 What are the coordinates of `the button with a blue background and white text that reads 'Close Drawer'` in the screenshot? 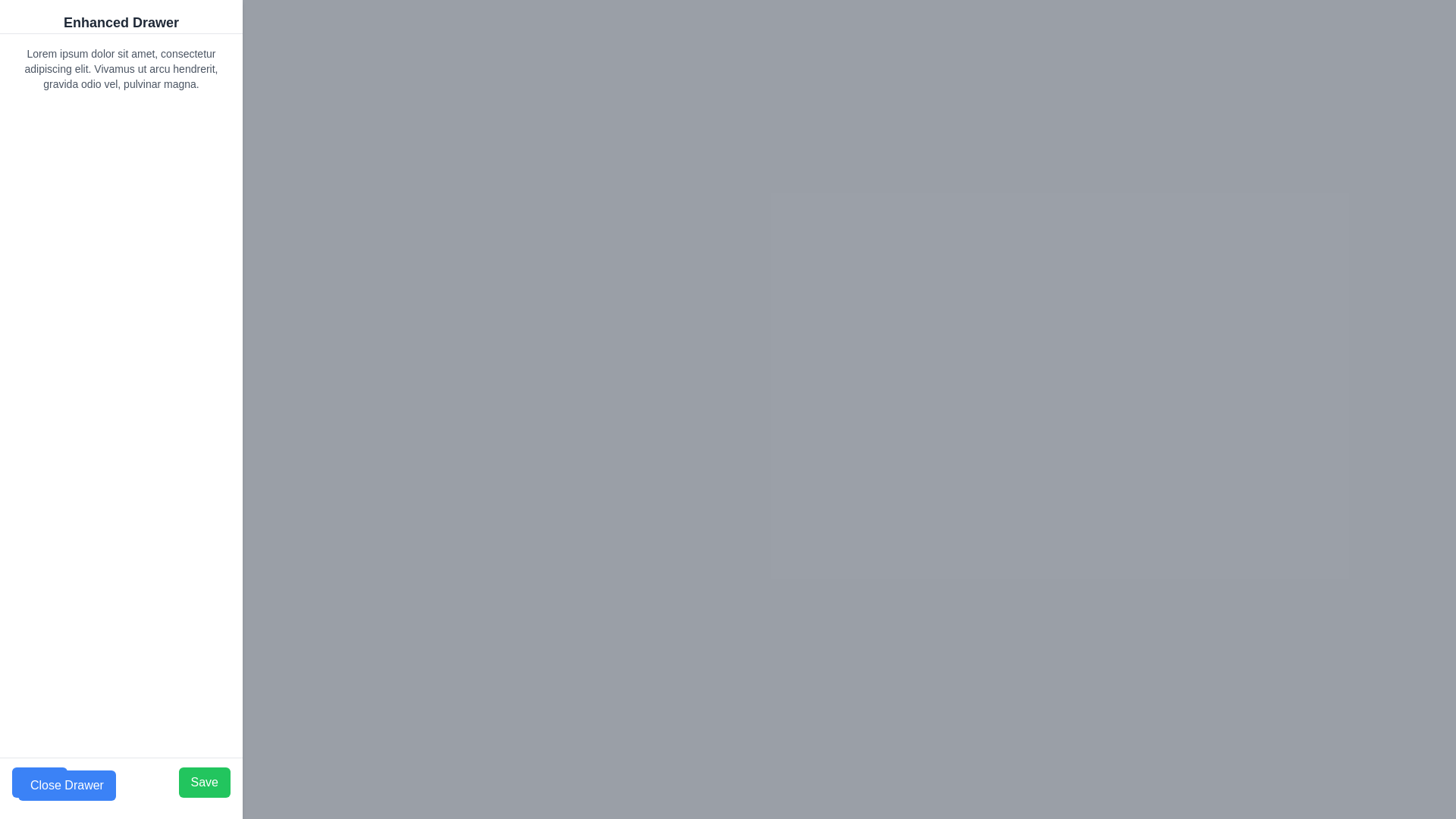 It's located at (66, 785).